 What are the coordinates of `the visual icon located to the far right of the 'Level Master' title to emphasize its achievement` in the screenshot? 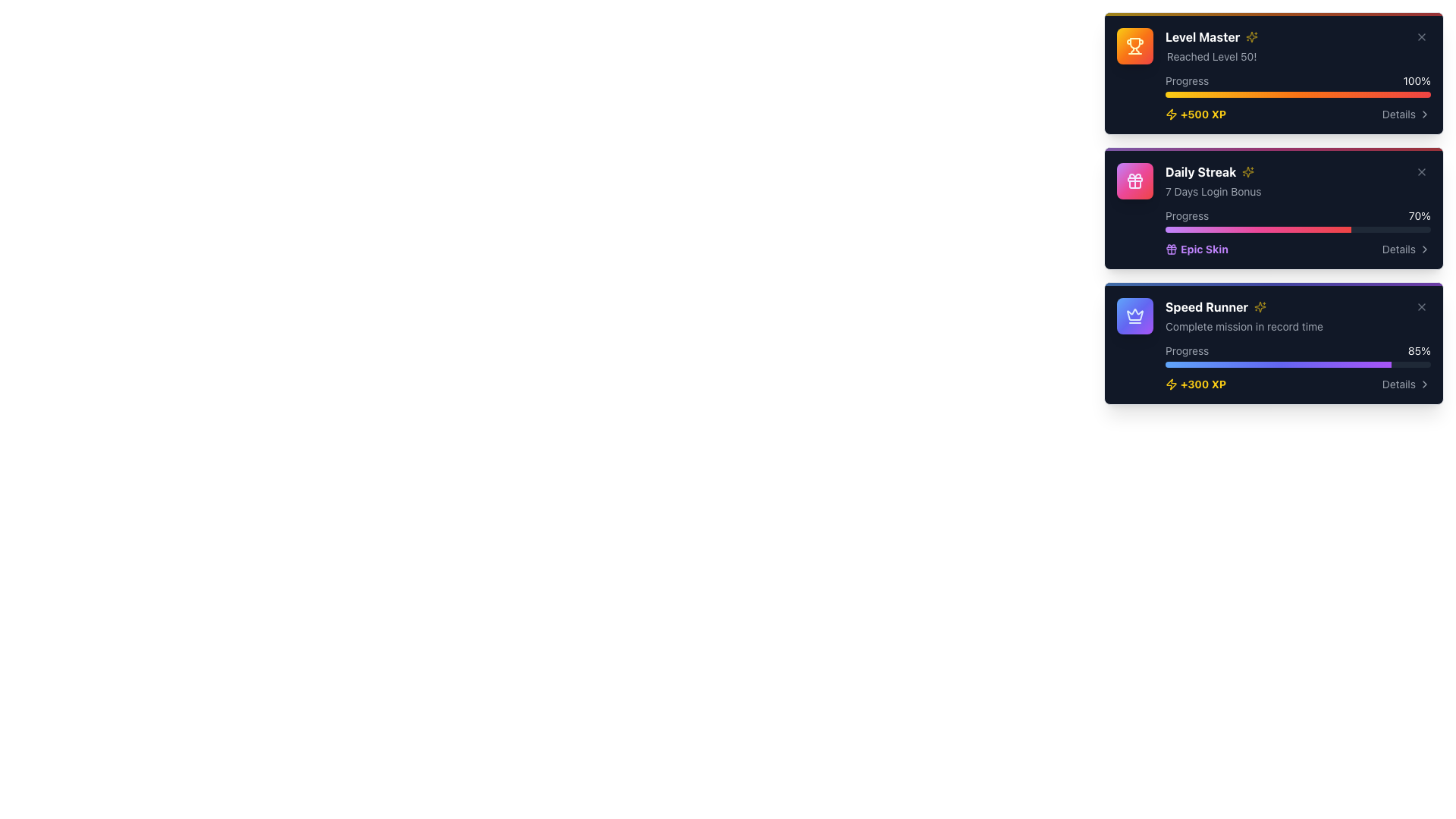 It's located at (1252, 36).